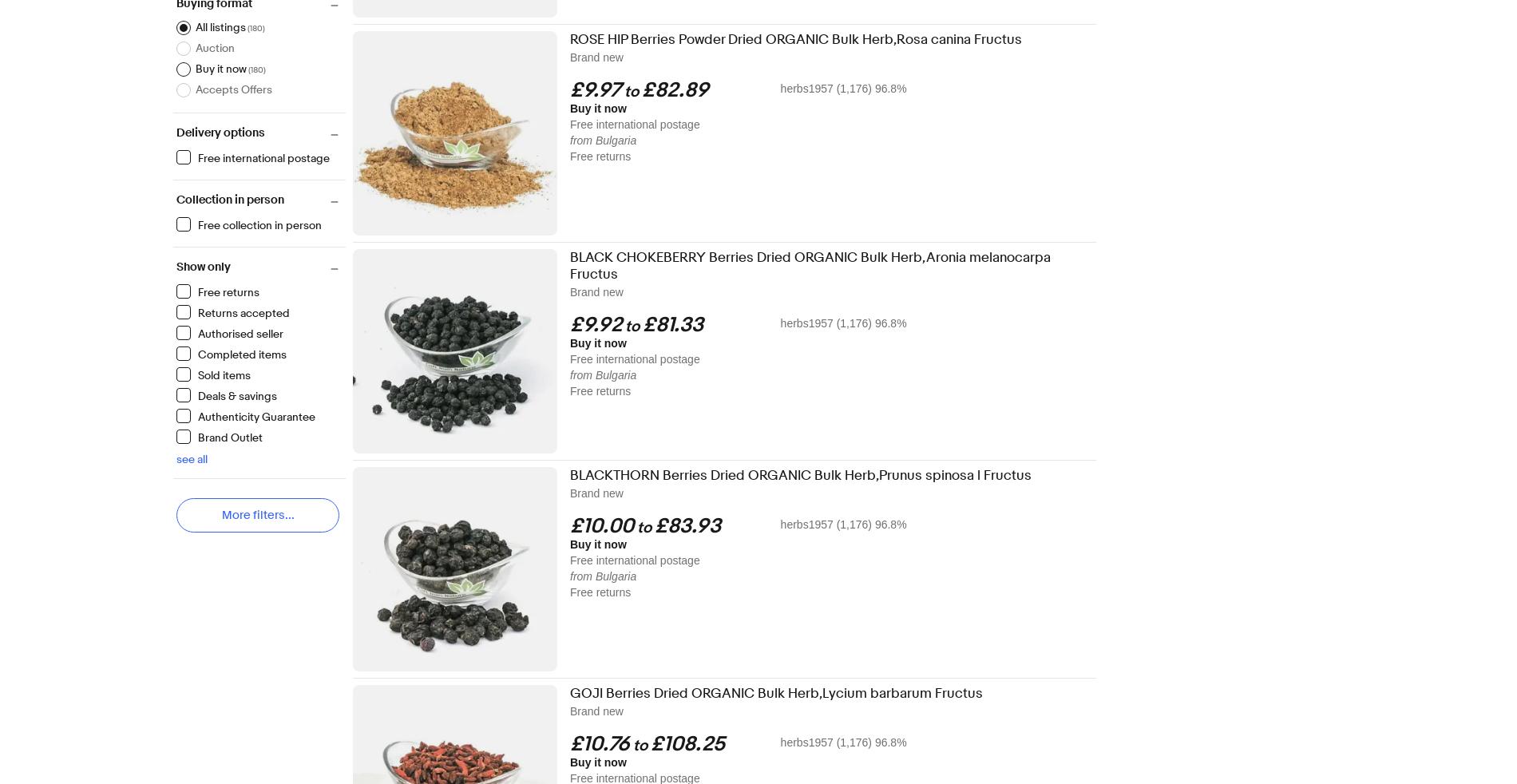 This screenshot has width=1517, height=784. I want to click on '£81.33', so click(672, 325).